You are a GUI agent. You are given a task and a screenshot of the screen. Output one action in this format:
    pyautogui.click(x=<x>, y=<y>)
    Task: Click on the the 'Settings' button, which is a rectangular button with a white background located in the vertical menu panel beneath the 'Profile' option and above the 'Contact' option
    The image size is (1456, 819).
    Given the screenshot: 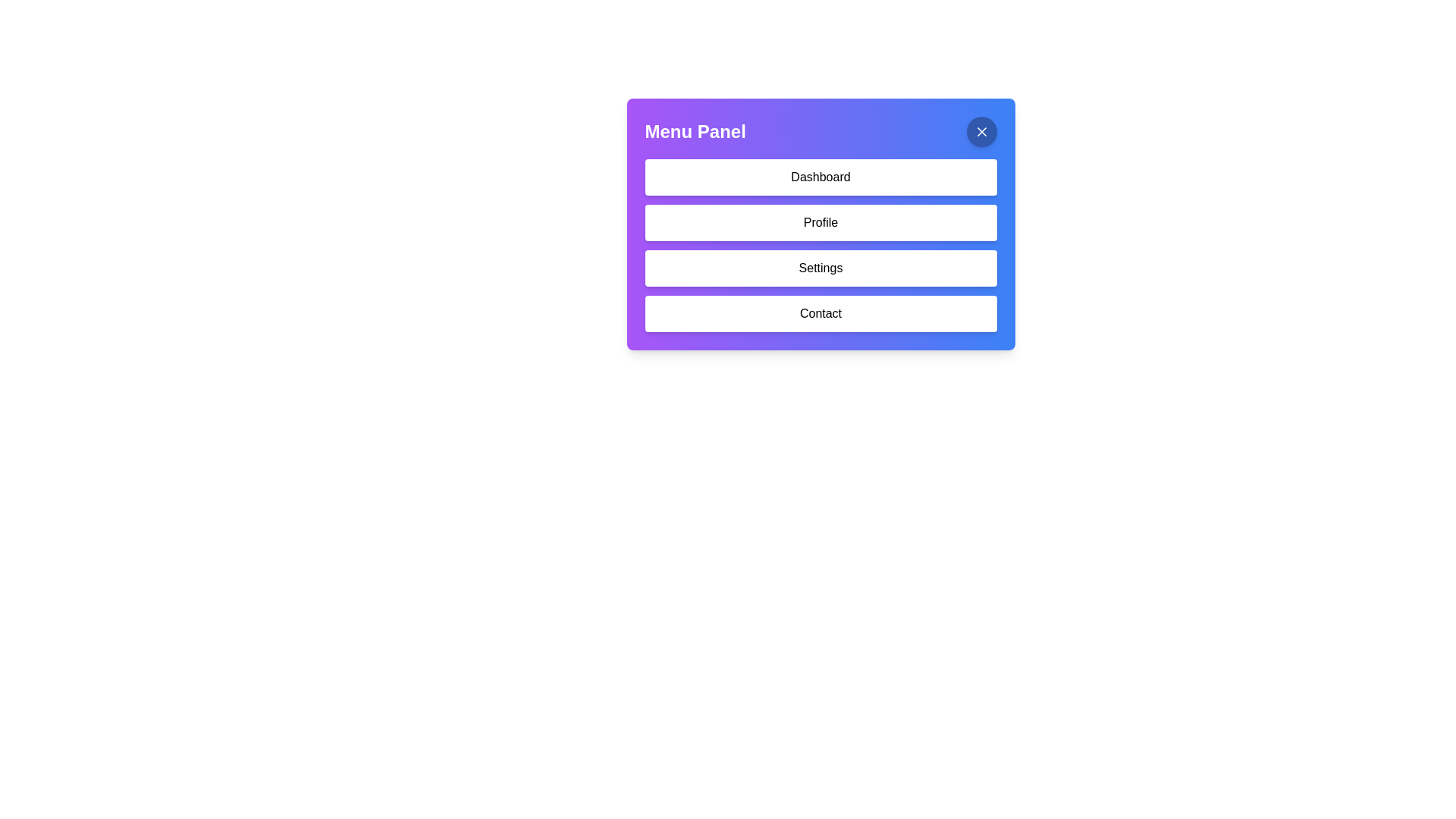 What is the action you would take?
    pyautogui.click(x=820, y=268)
    